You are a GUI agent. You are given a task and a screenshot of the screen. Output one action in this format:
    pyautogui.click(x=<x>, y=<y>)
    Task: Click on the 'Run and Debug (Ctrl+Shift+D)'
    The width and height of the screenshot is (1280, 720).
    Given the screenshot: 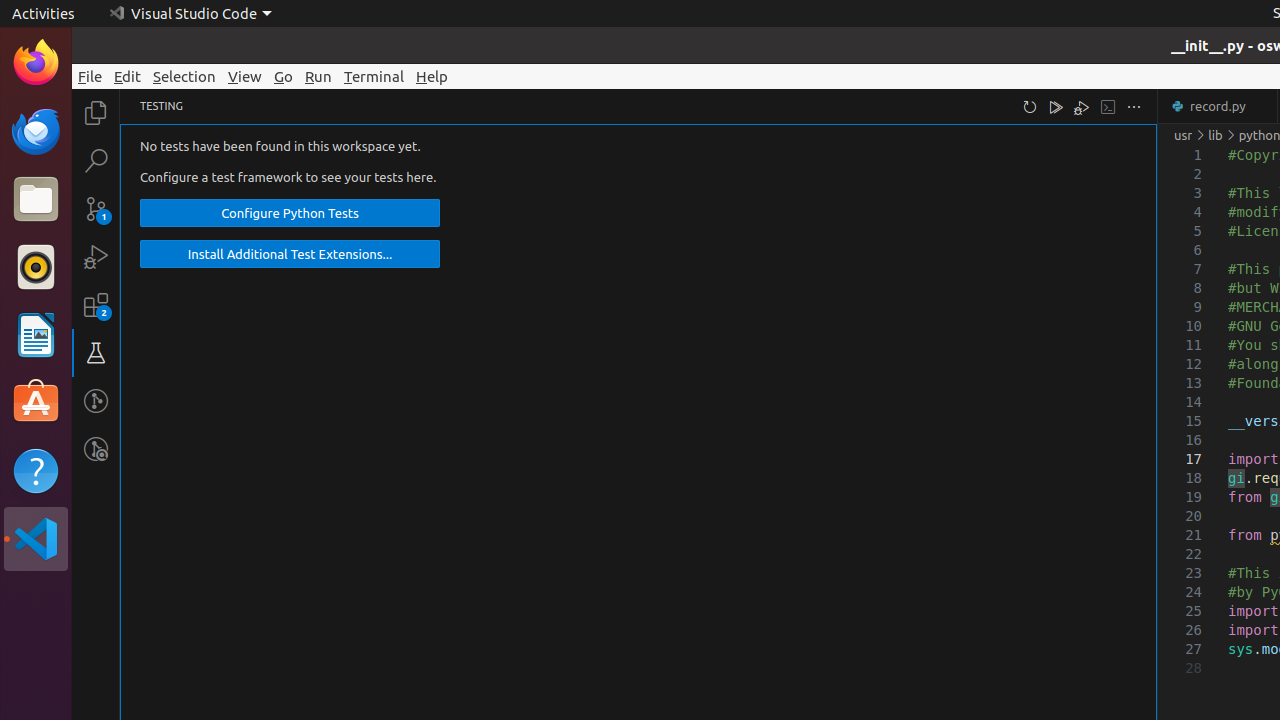 What is the action you would take?
    pyautogui.click(x=95, y=255)
    